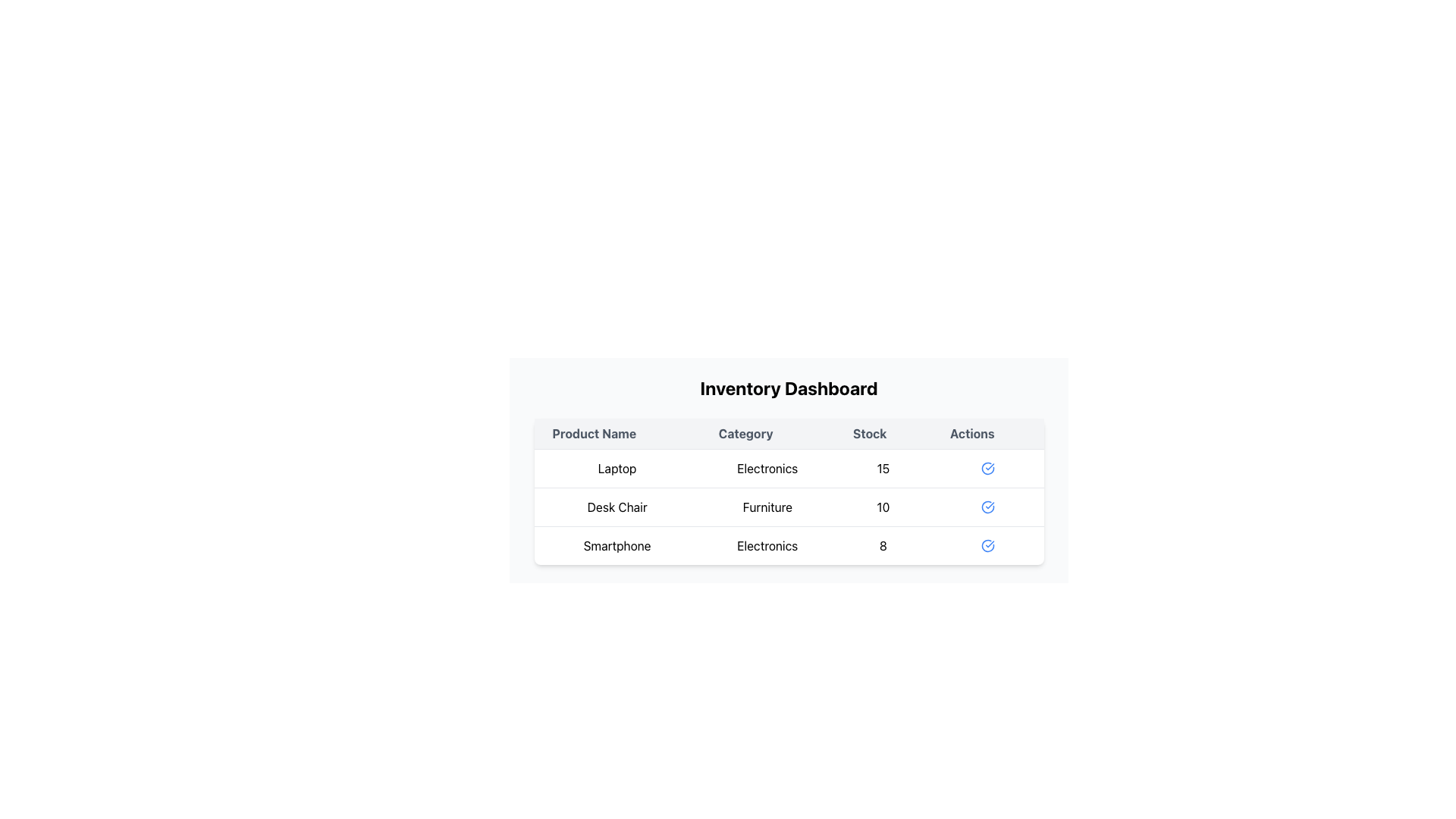  Describe the element at coordinates (987, 546) in the screenshot. I see `the confirmation icon for the 'Smartphone' item in the 'Actions' column of the third row in the 'Inventory Dashboard' table` at that location.